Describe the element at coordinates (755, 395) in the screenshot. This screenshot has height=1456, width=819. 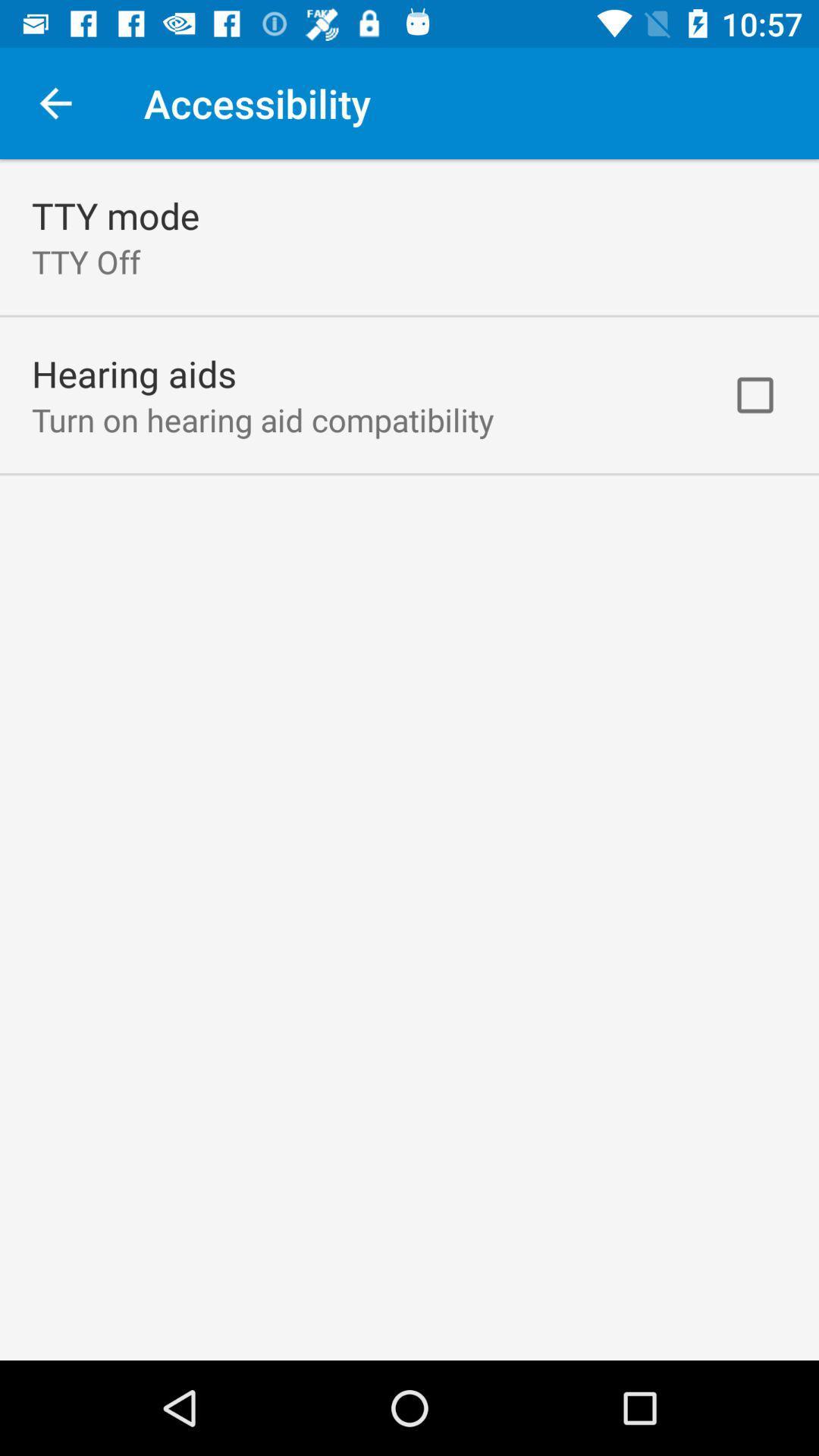
I see `the app to the right of the turn on hearing icon` at that location.